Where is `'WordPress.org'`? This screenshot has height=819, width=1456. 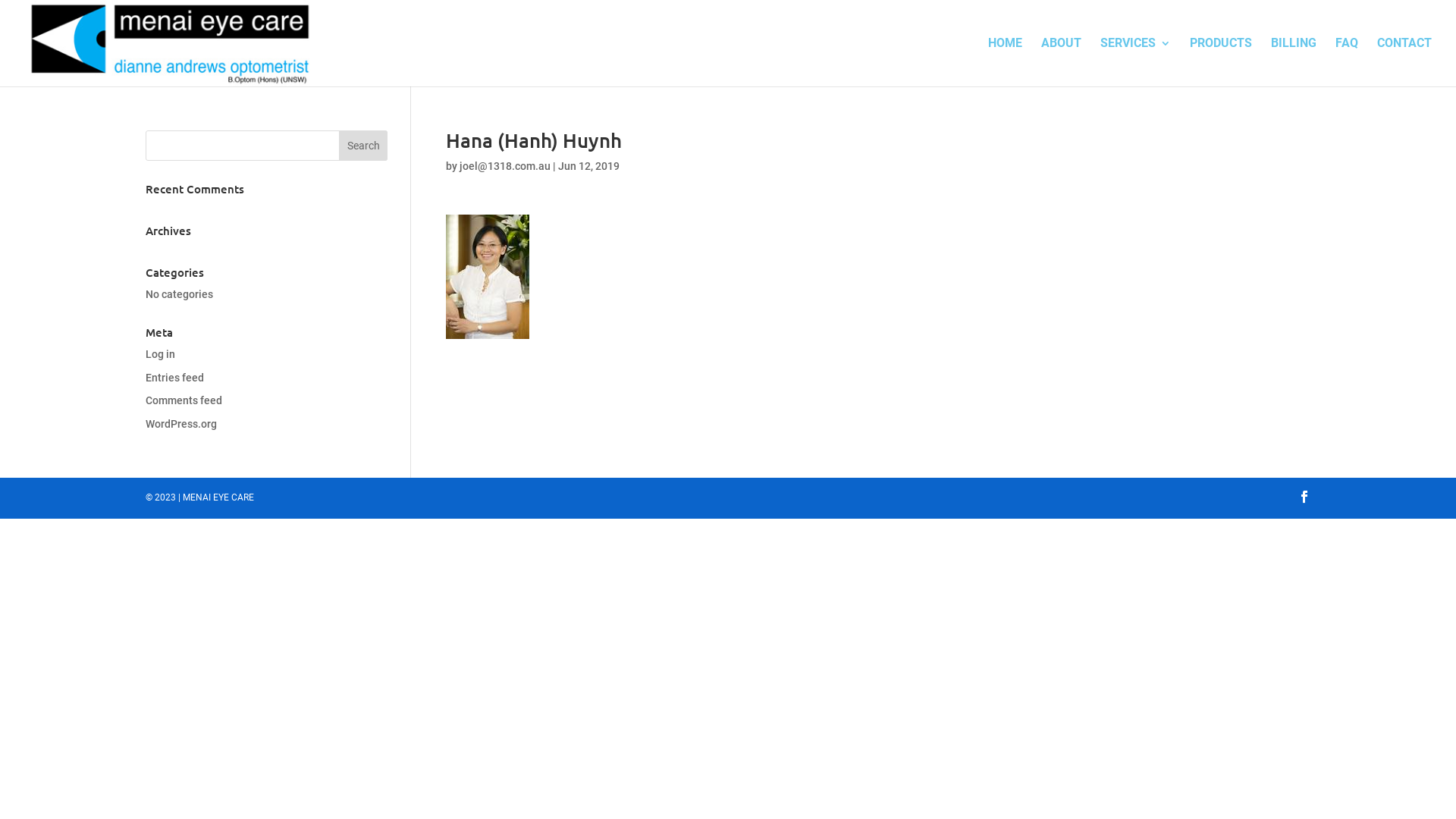 'WordPress.org' is located at coordinates (181, 424).